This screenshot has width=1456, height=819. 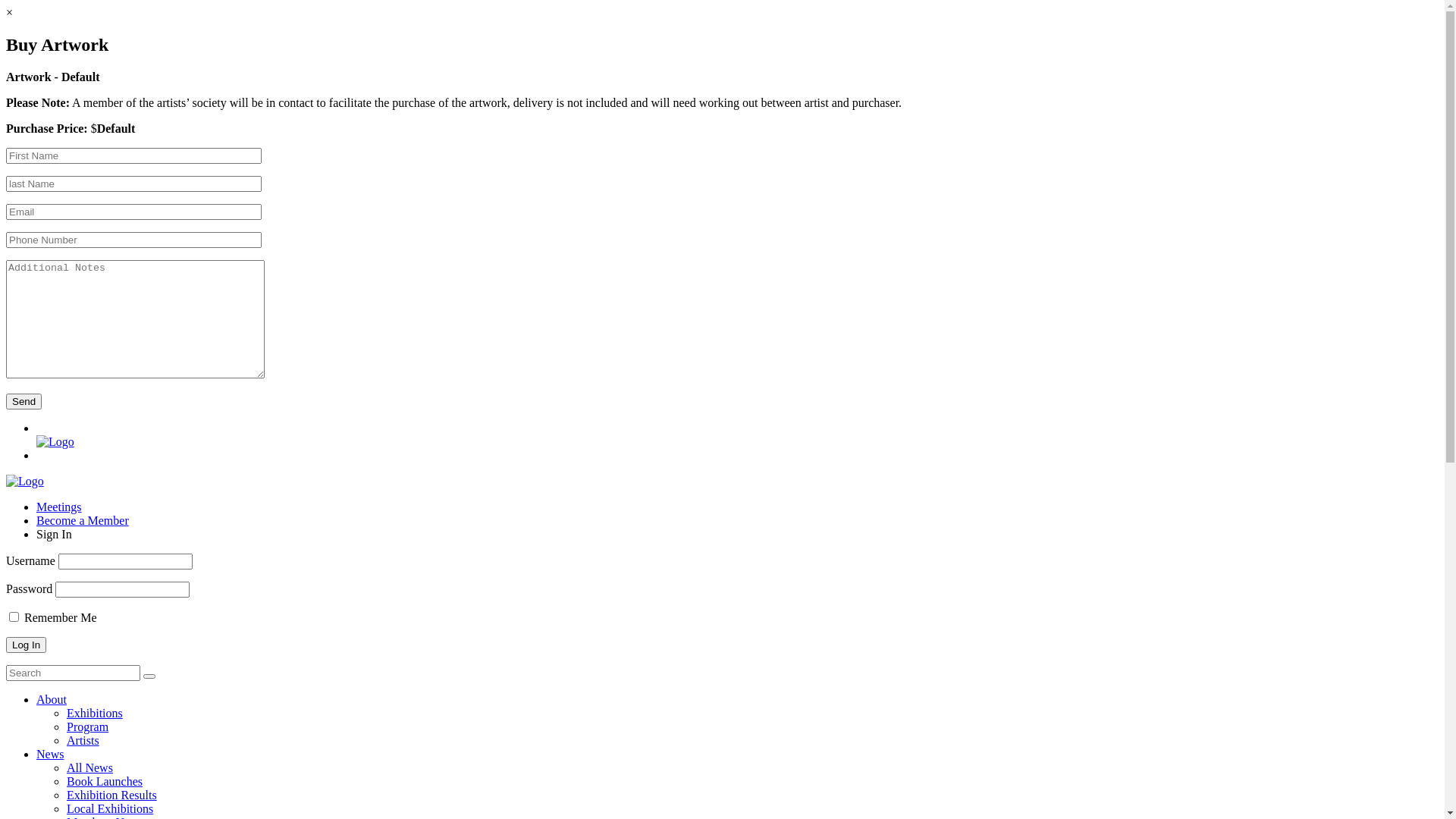 I want to click on 'Meetings', so click(x=58, y=507).